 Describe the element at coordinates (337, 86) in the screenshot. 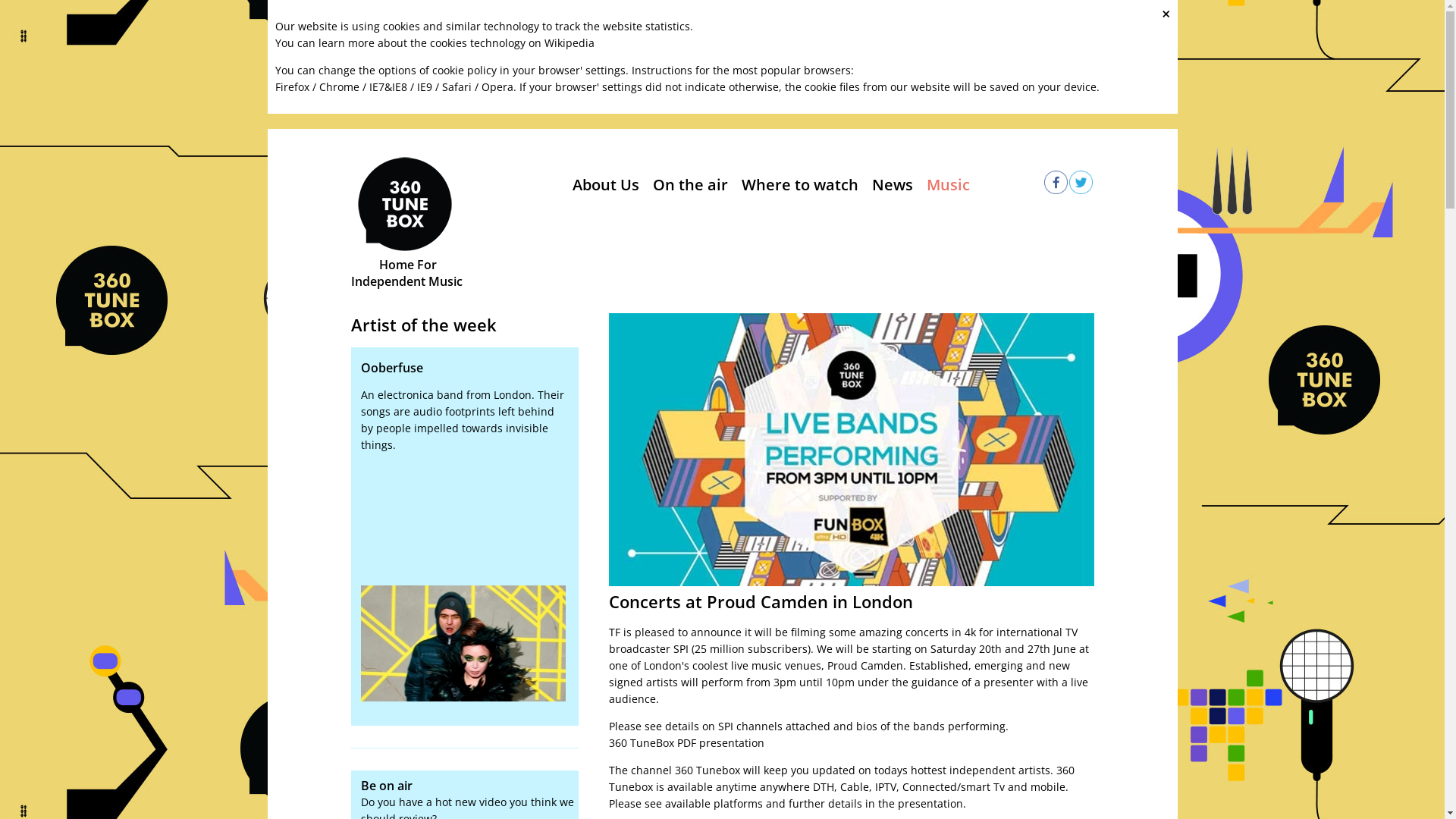

I see `'Chrome'` at that location.